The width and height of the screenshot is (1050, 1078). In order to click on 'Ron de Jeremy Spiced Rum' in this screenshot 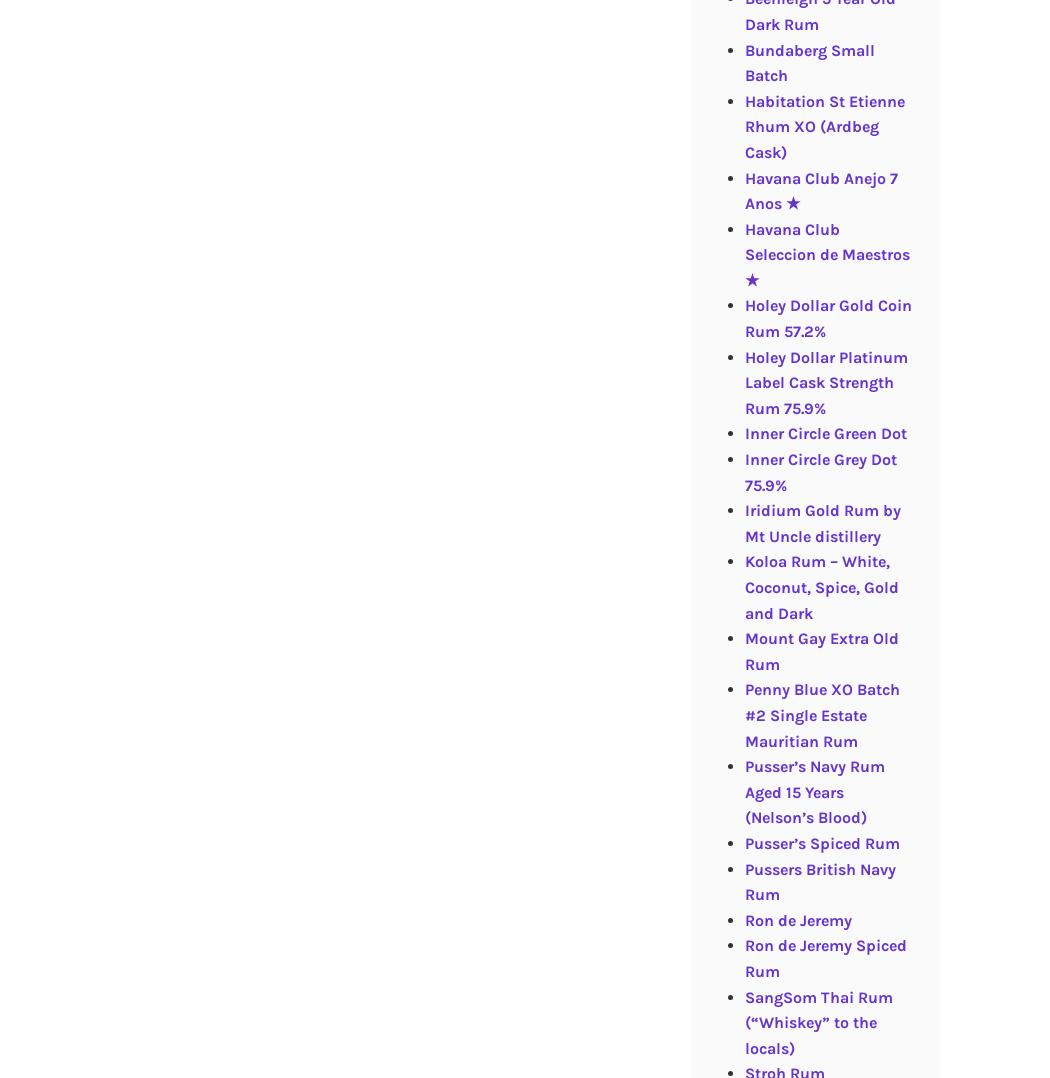, I will do `click(823, 957)`.